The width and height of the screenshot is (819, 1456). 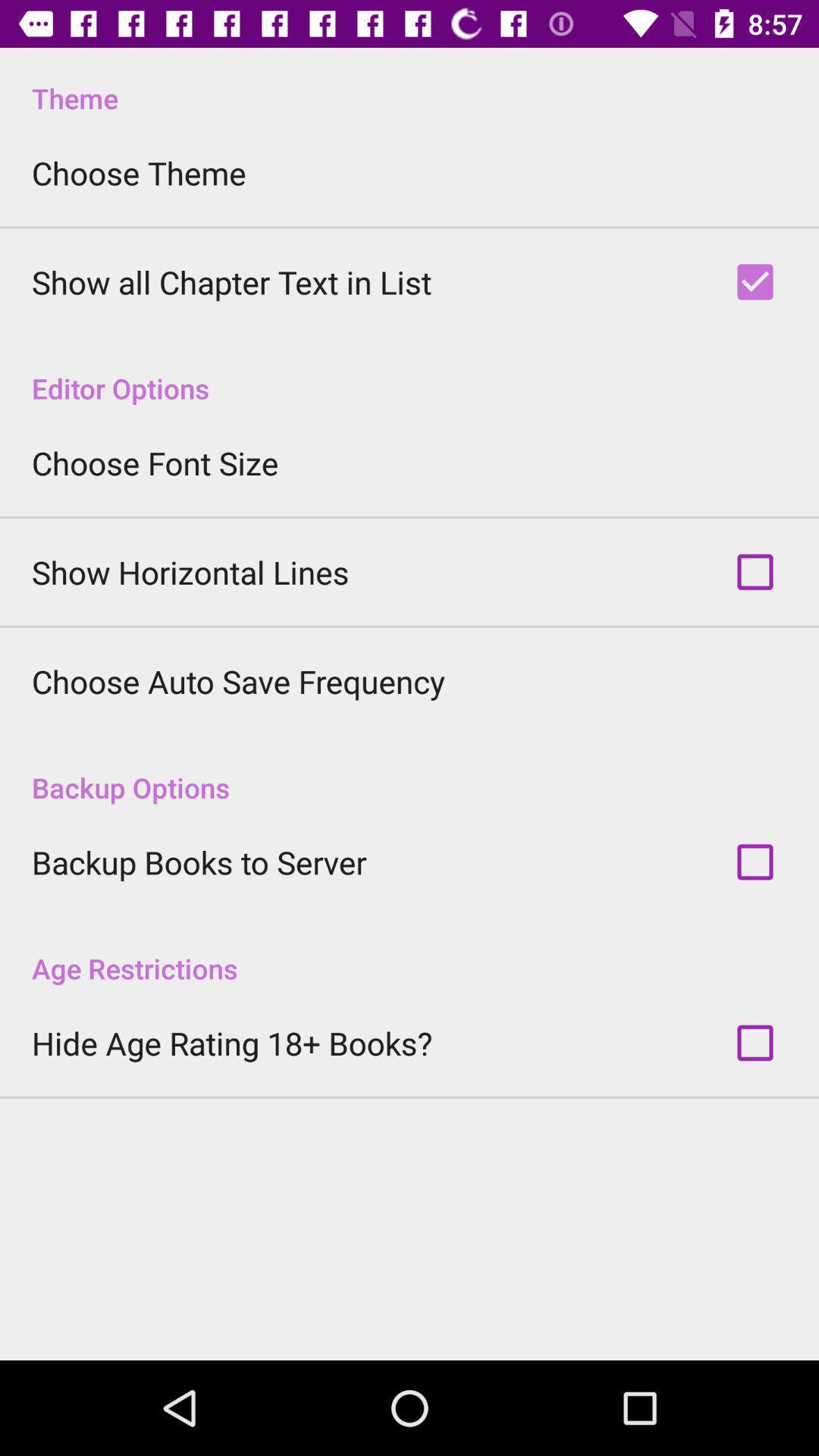 I want to click on choose theme app, so click(x=139, y=173).